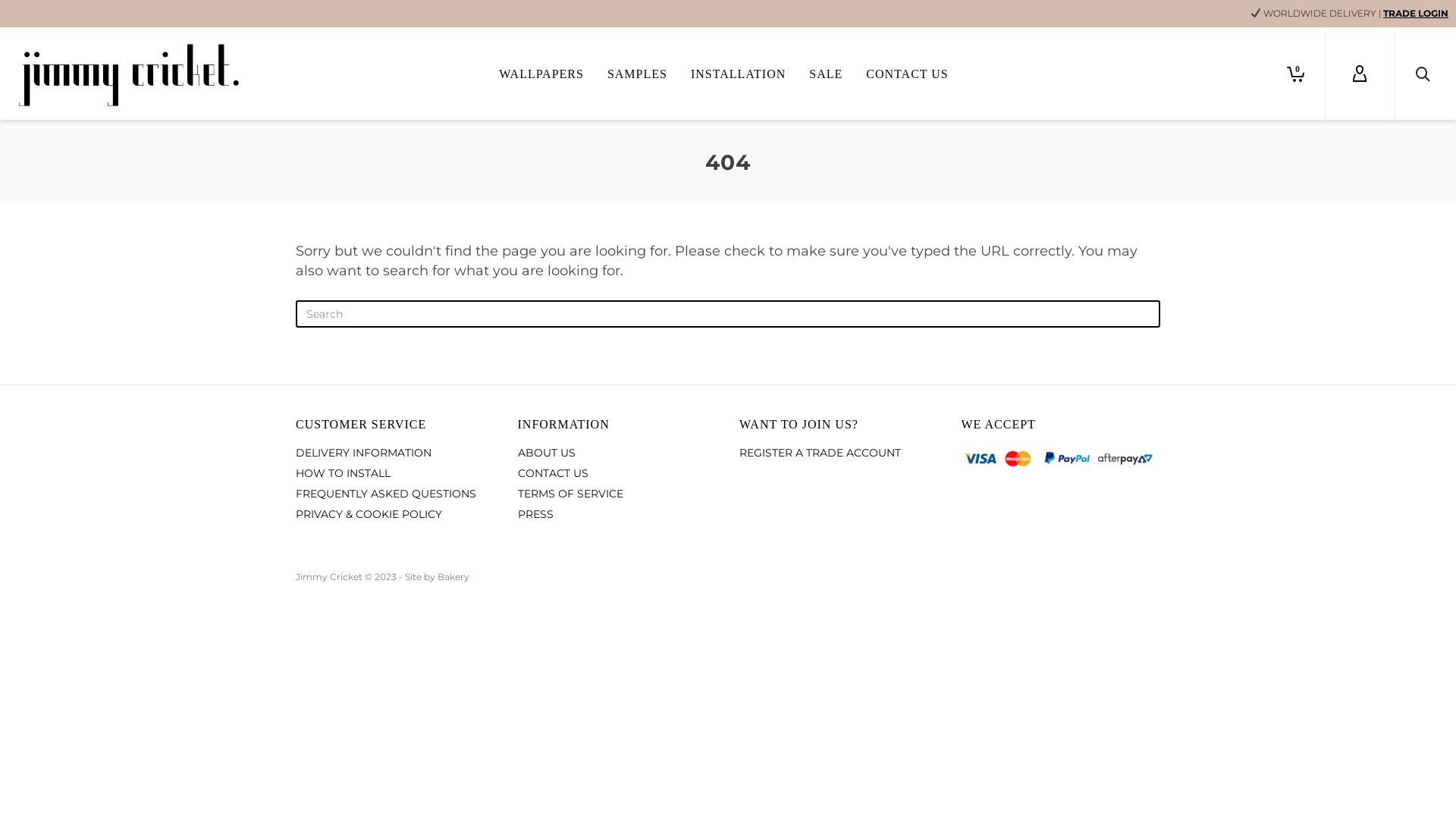  I want to click on 'TRADE LOGIN', so click(1415, 13).